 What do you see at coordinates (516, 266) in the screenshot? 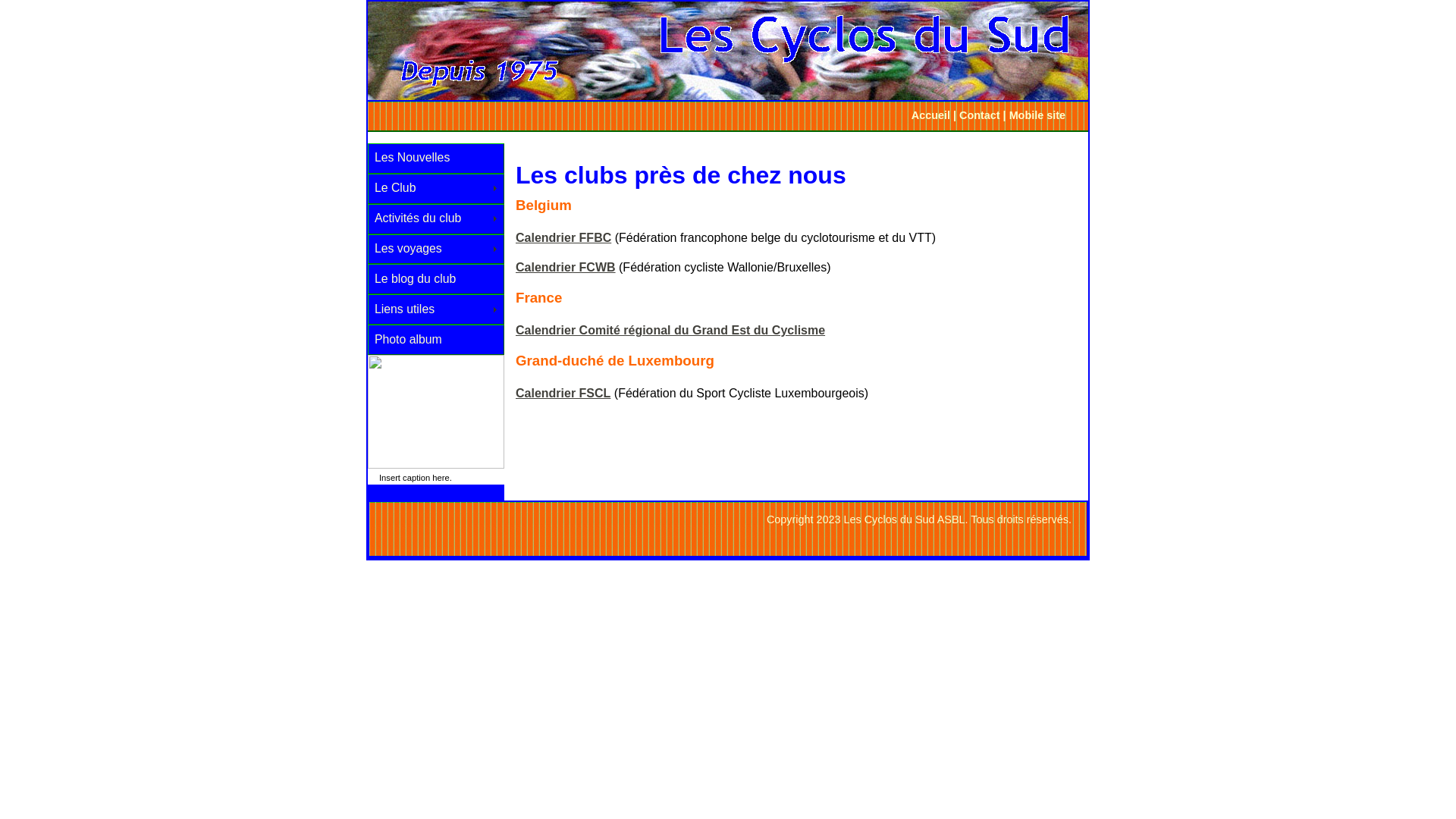
I see `'Calendrier FCWB'` at bounding box center [516, 266].